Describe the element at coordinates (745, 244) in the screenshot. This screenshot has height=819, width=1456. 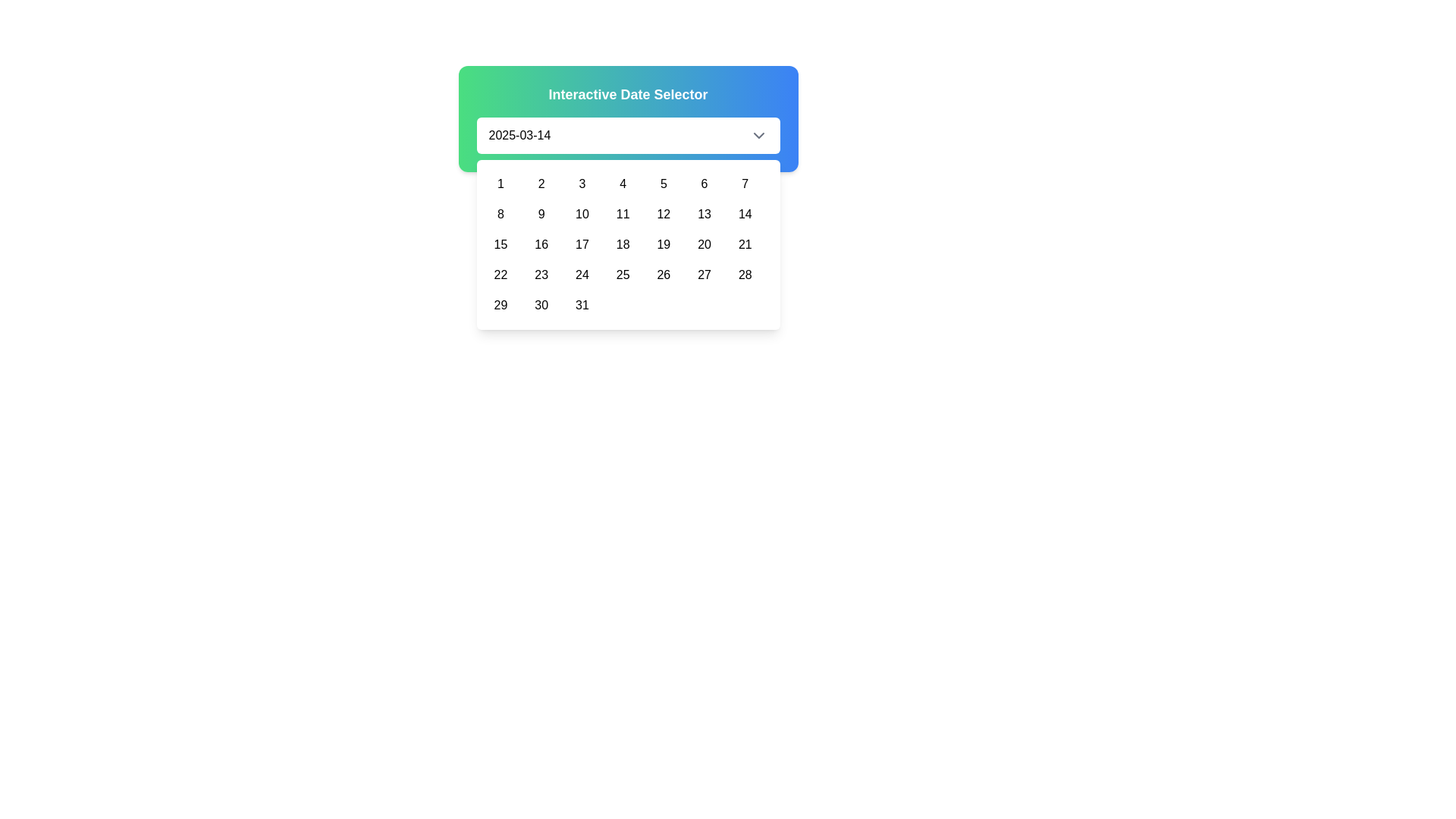
I see `the calendar date cell button displaying '21'` at that location.